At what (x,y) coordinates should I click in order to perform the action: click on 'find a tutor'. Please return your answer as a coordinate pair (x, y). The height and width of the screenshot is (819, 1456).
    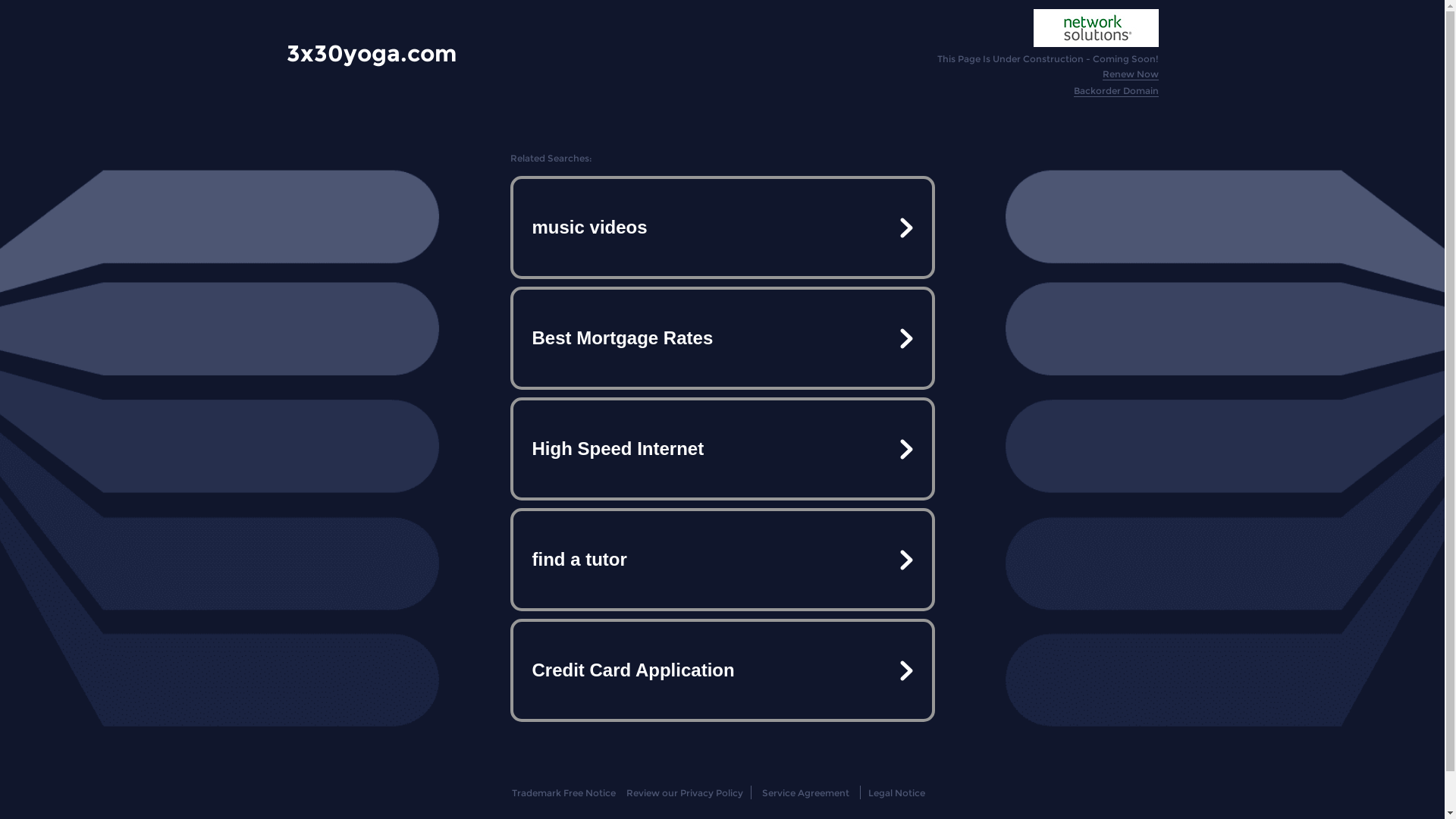
    Looking at the image, I should click on (720, 559).